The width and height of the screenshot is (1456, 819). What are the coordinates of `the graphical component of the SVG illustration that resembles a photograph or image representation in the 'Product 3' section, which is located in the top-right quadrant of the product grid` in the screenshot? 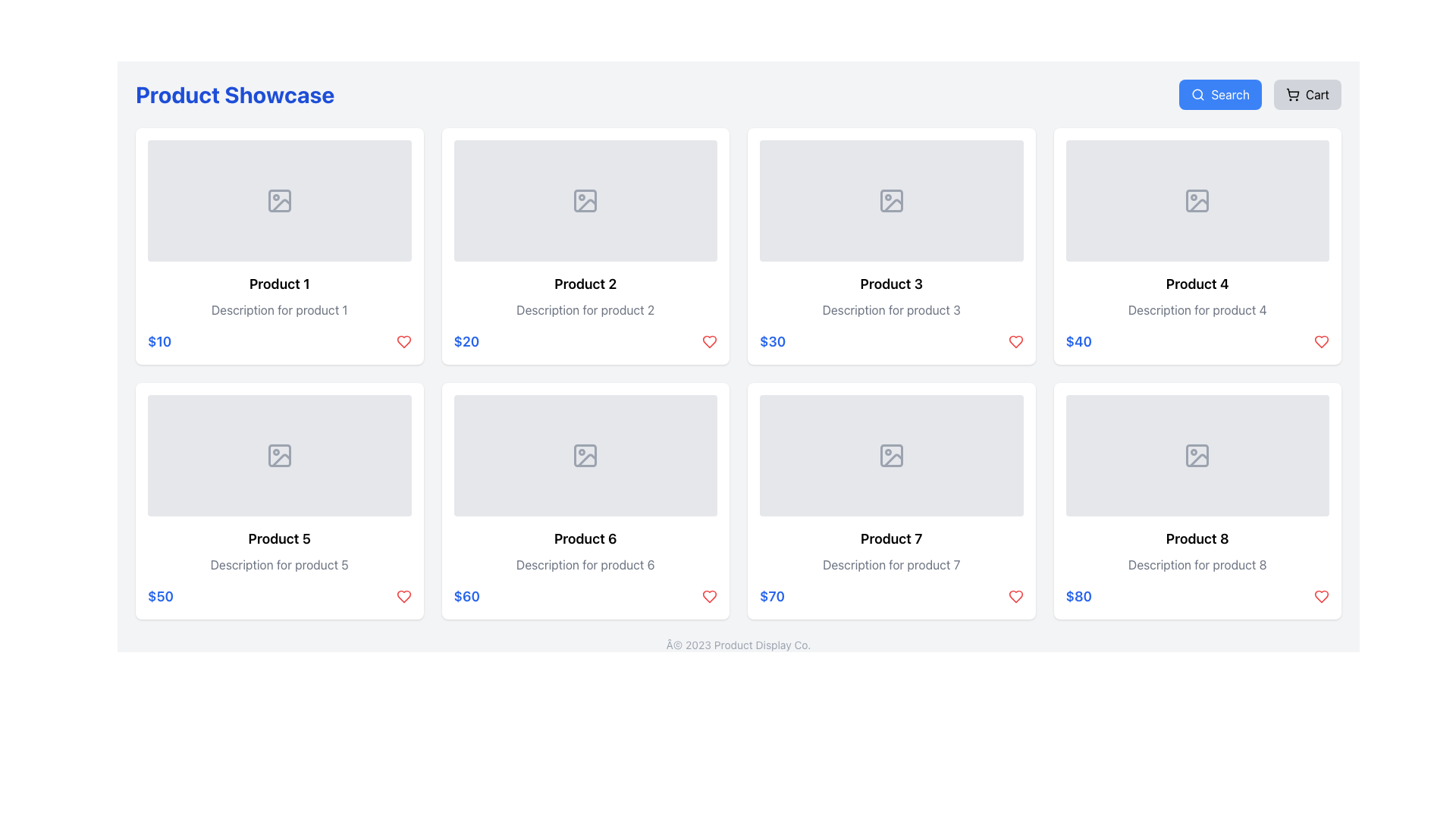 It's located at (893, 205).